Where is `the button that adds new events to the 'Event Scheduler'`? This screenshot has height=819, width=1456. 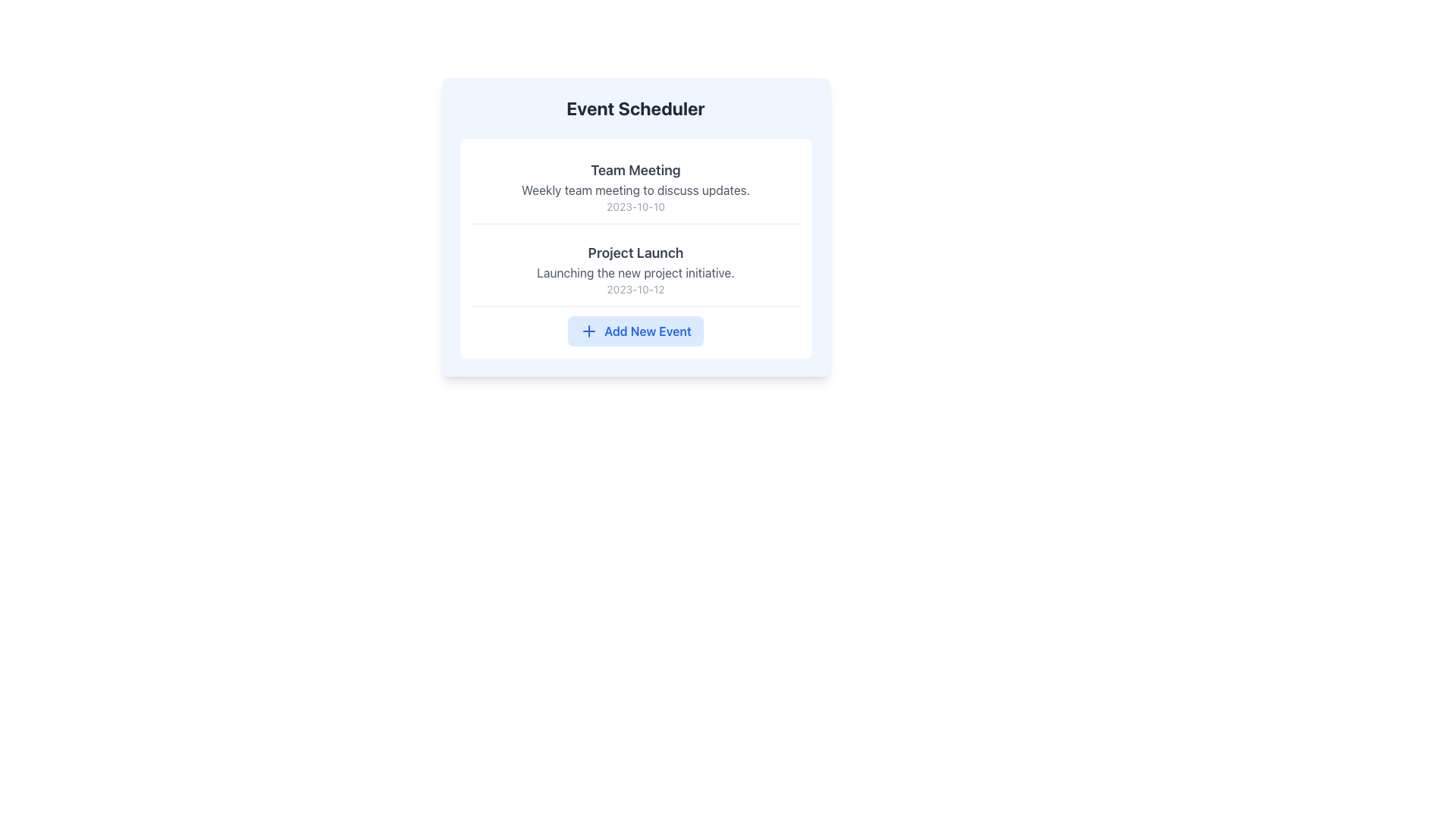 the button that adds new events to the 'Event Scheduler' is located at coordinates (635, 330).